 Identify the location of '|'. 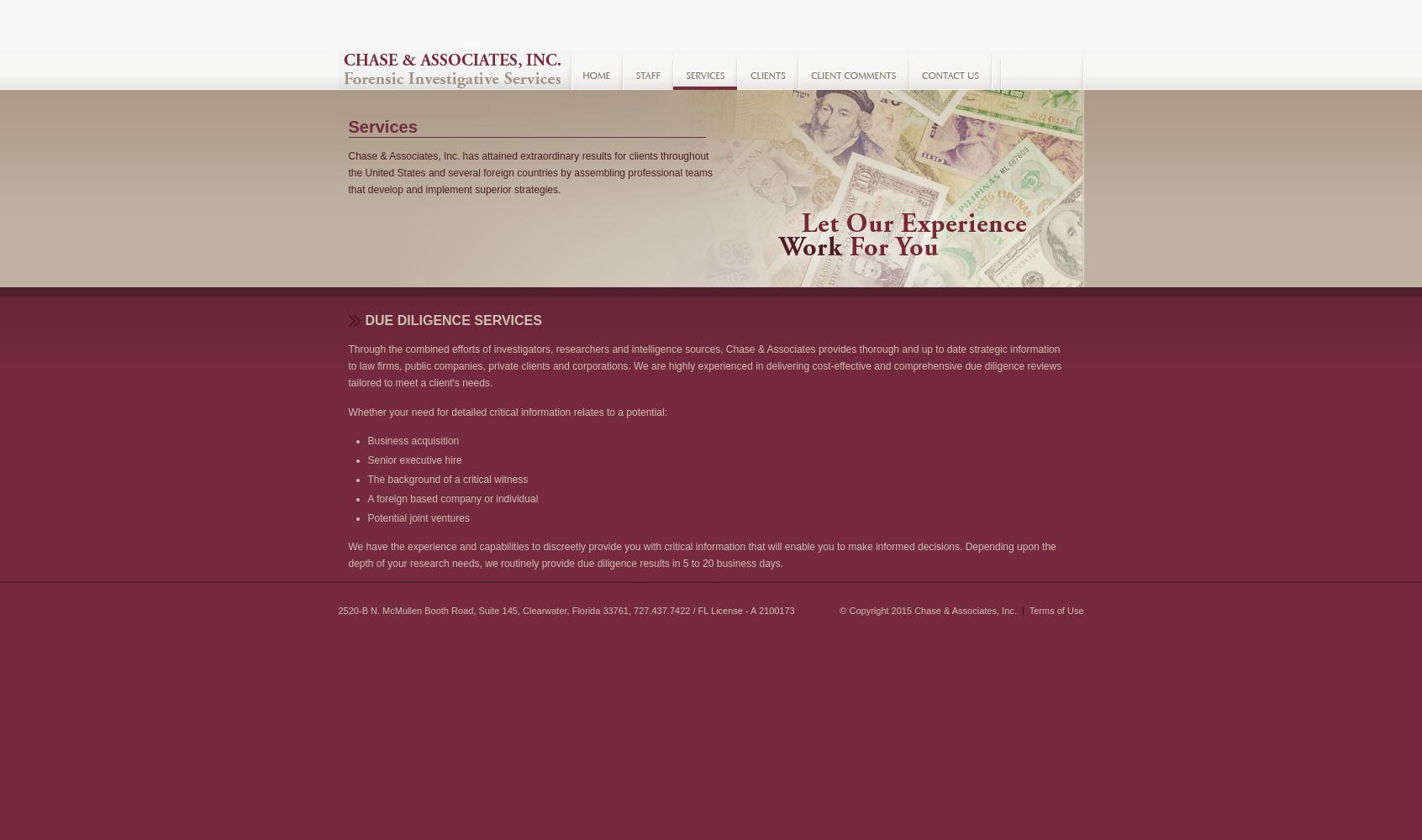
(1021, 610).